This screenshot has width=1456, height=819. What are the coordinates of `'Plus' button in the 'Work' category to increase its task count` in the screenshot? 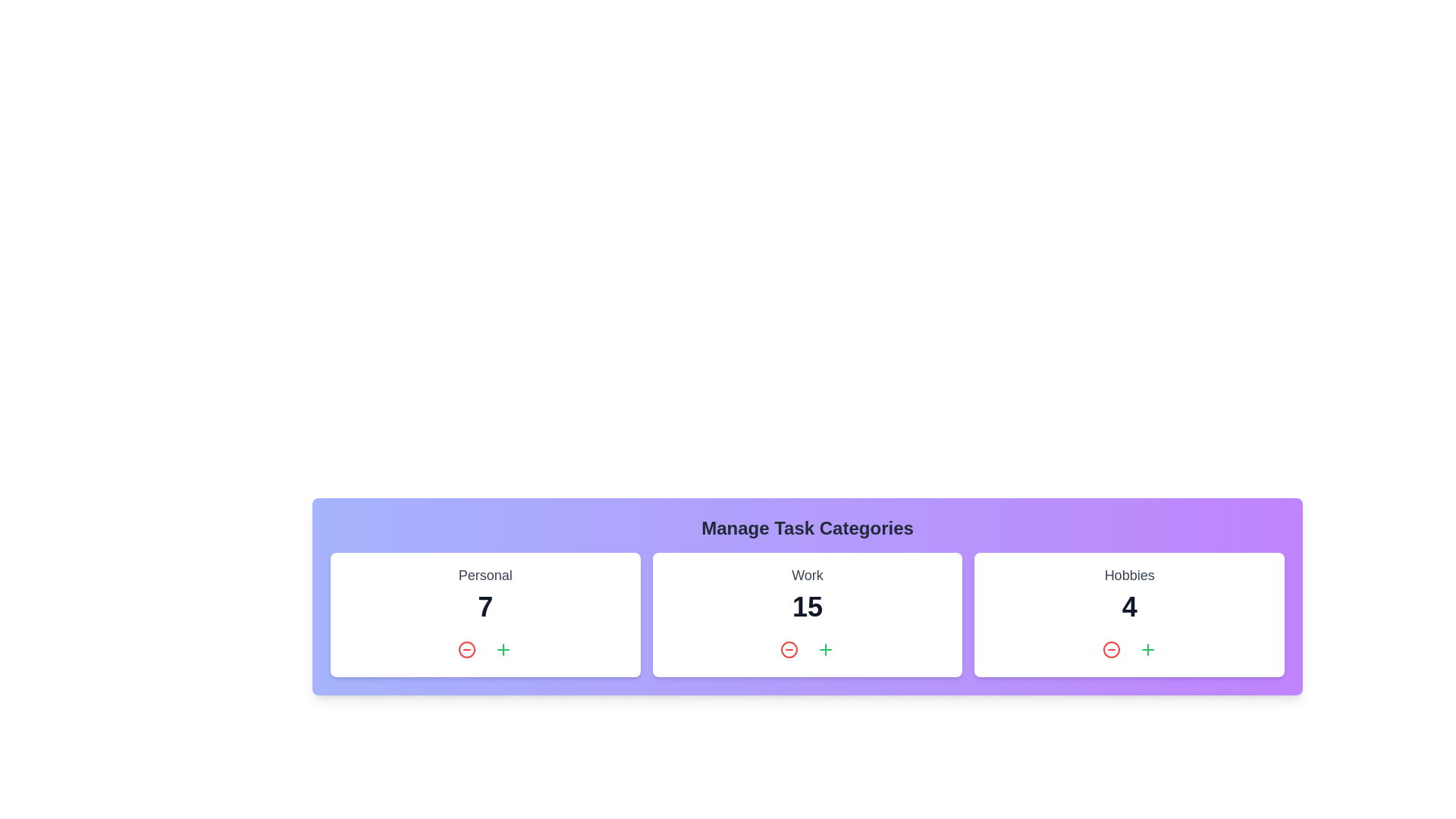 It's located at (825, 648).